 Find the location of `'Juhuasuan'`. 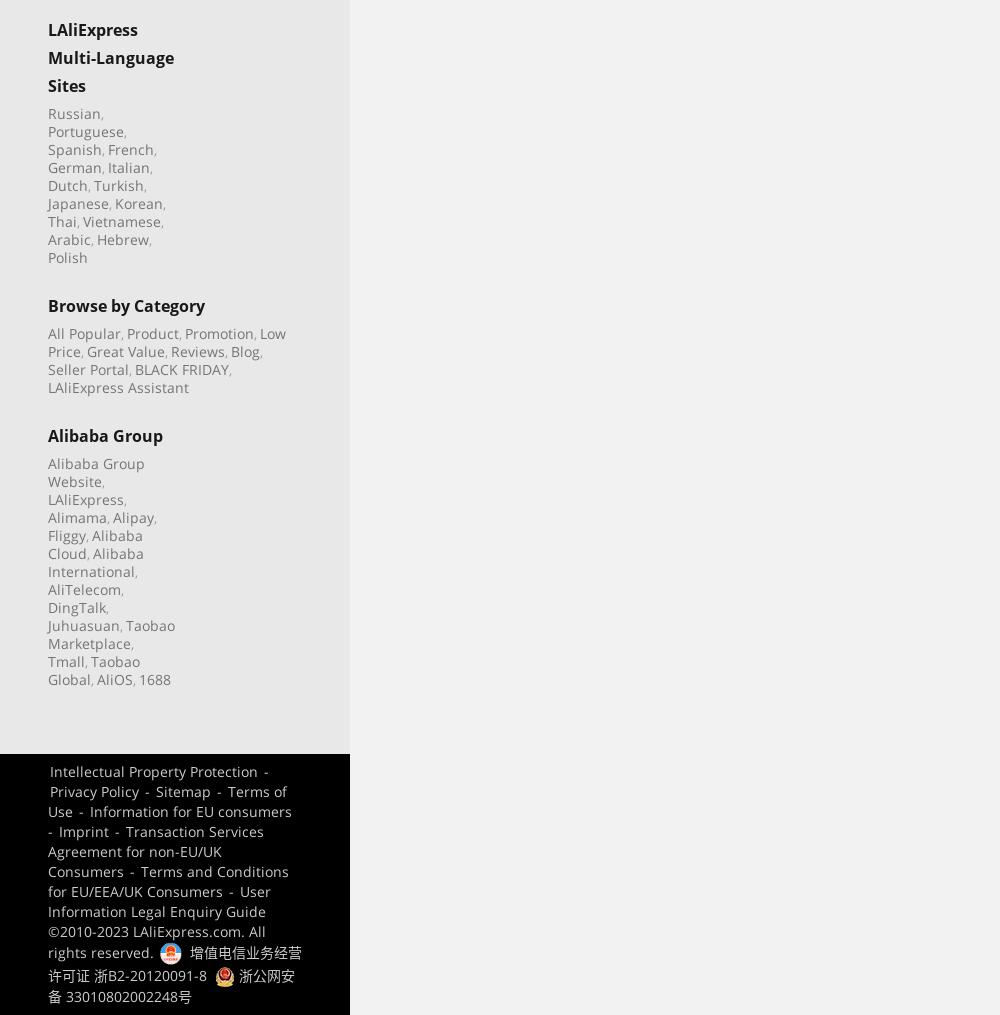

'Juhuasuan' is located at coordinates (83, 623).